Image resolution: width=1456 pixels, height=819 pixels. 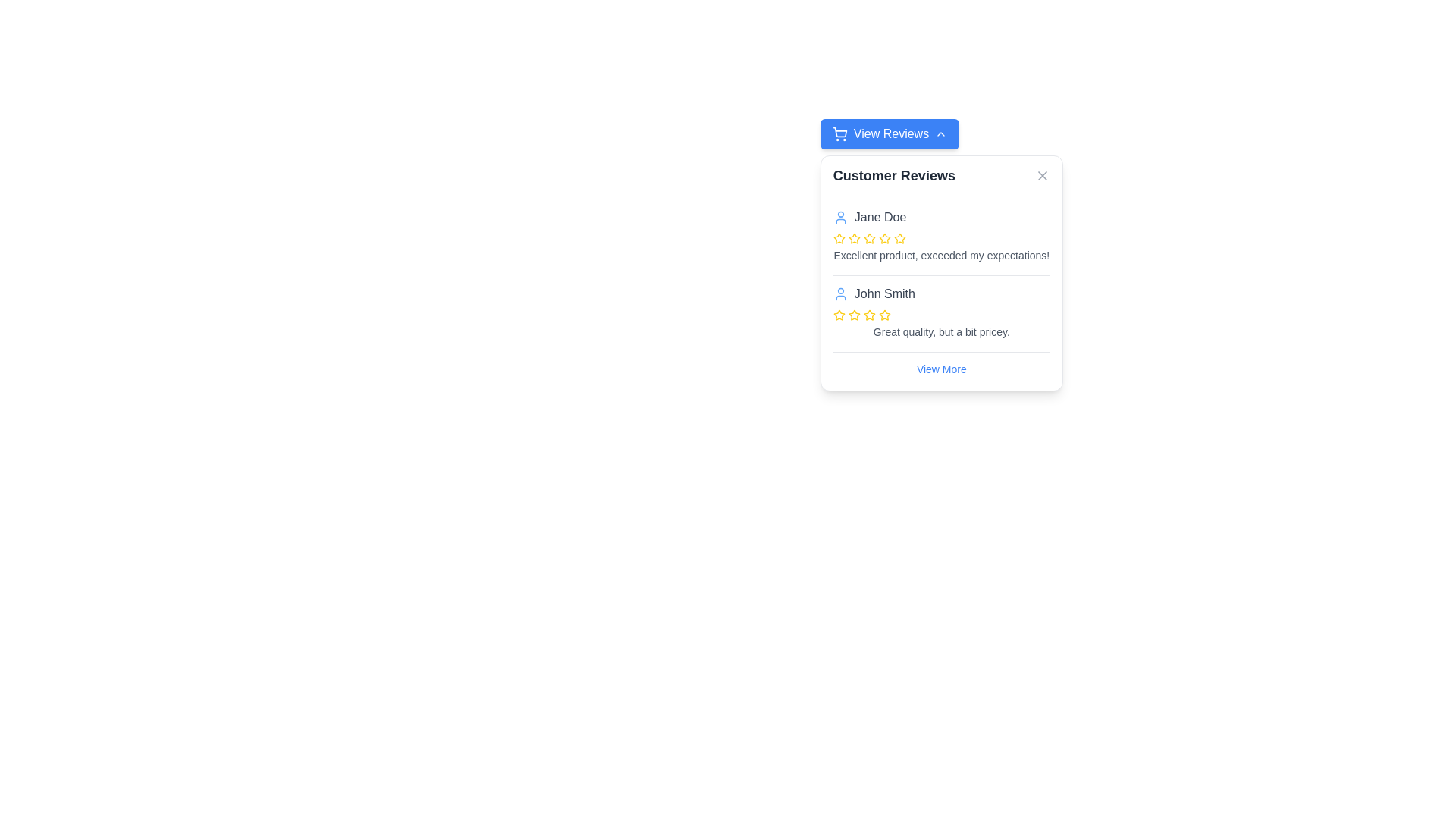 What do you see at coordinates (884, 239) in the screenshot?
I see `the fifth star icon in the rating system for 'Jane Doe' under the 'Customer Reviews' section to set the rating to five` at bounding box center [884, 239].